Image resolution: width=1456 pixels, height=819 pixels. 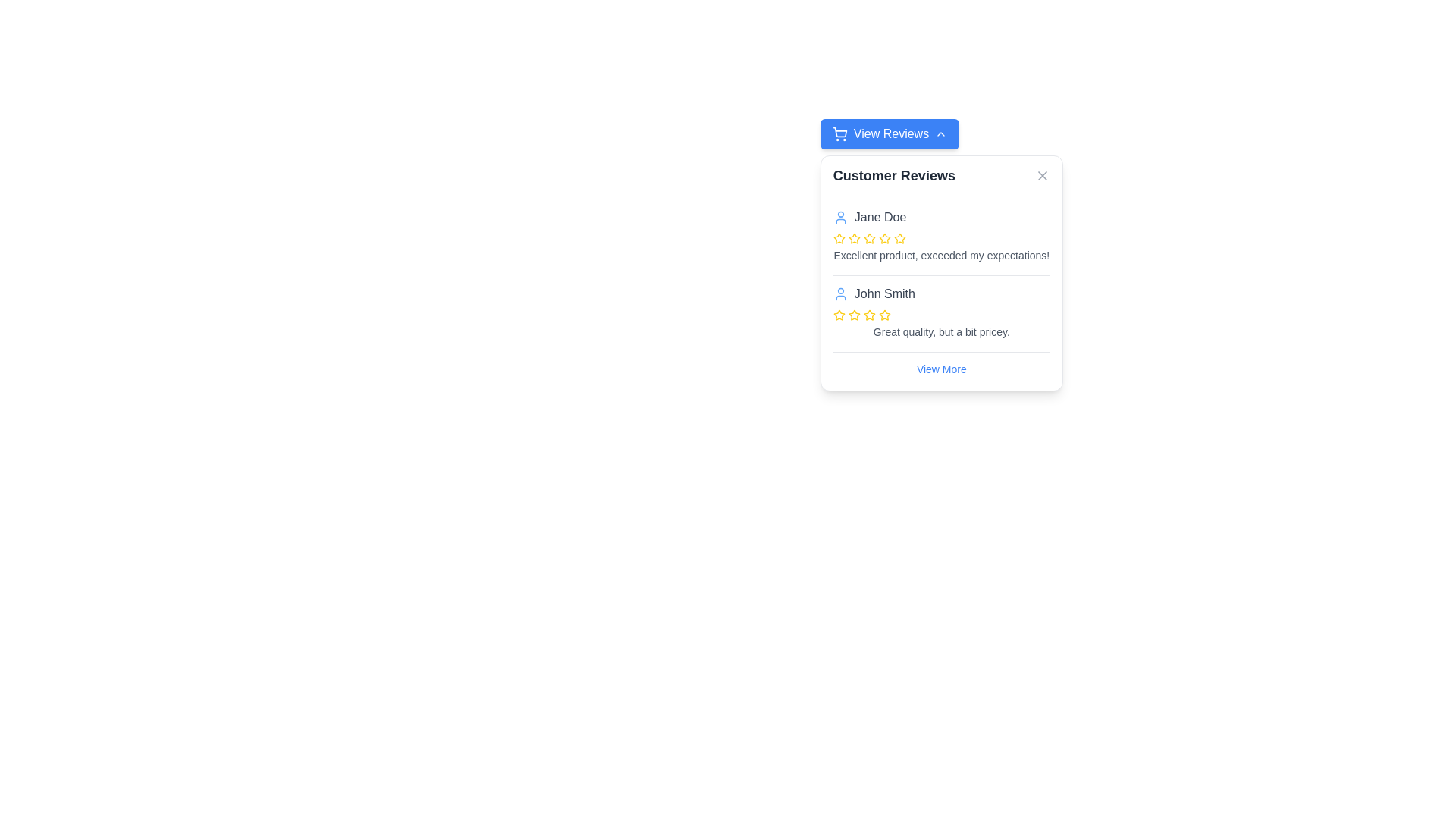 What do you see at coordinates (884, 239) in the screenshot?
I see `the fifth star icon in the rating system for 'Jane Doe' under the 'Customer Reviews' section to set the rating to five` at bounding box center [884, 239].